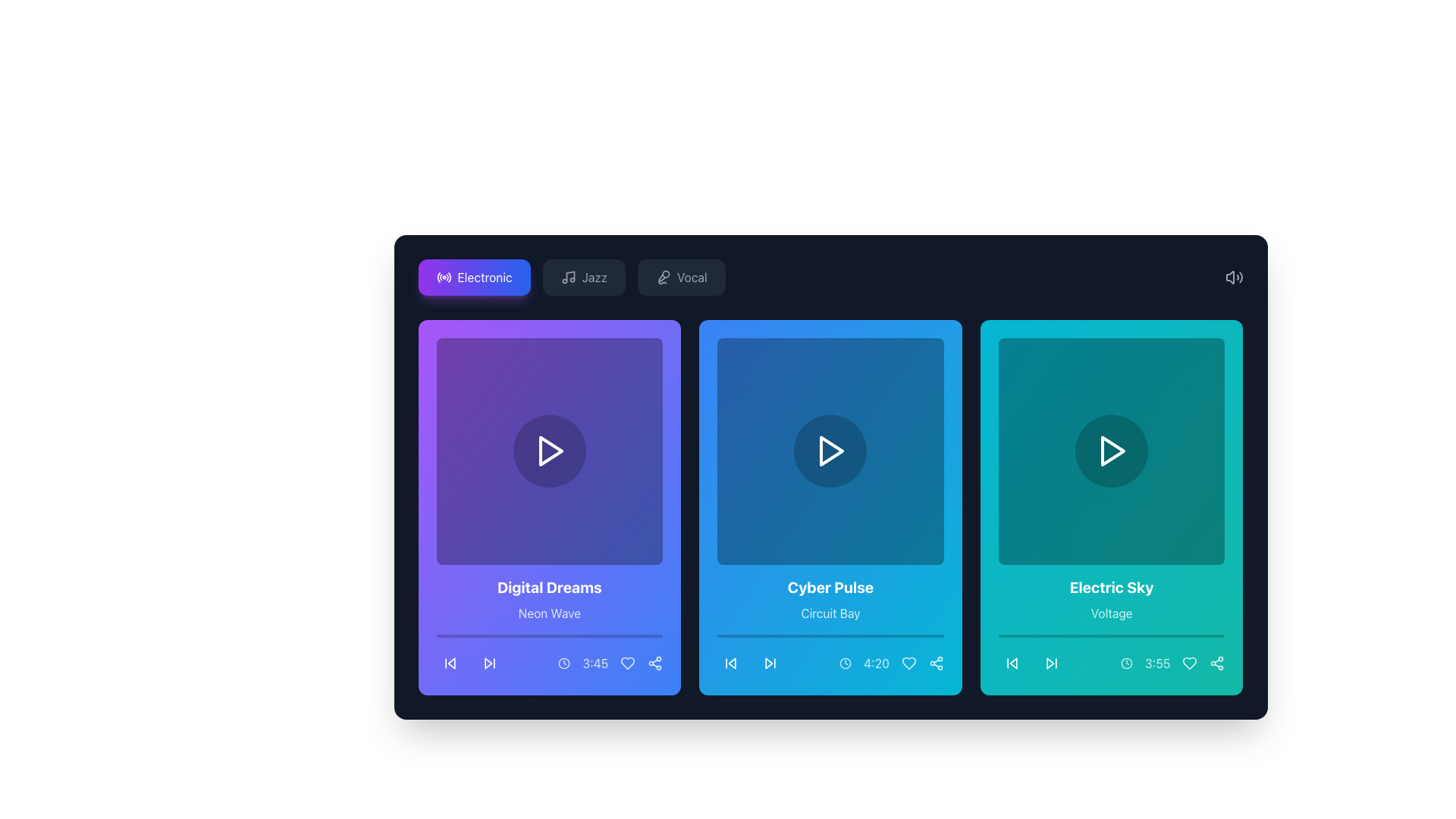 The width and height of the screenshot is (1456, 819). I want to click on the play button located at the center of the 'Electric Sky' card, so click(1113, 450).